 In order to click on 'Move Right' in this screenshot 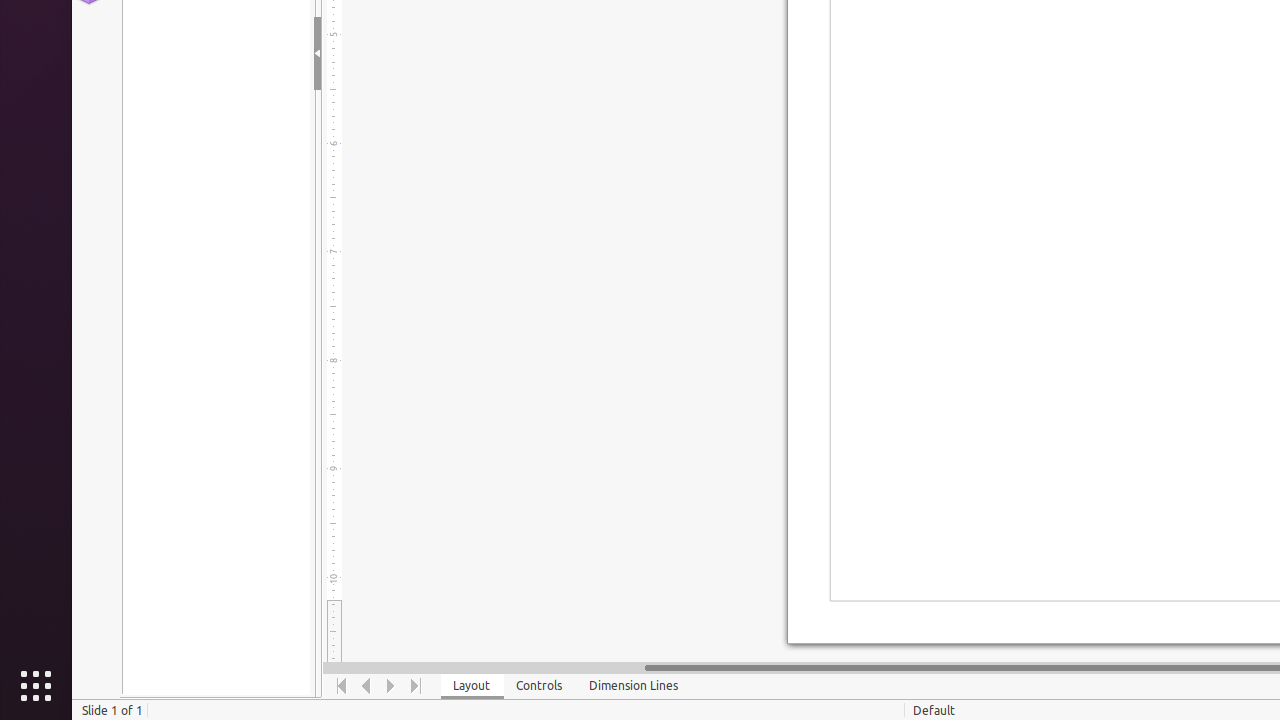, I will do `click(391, 685)`.